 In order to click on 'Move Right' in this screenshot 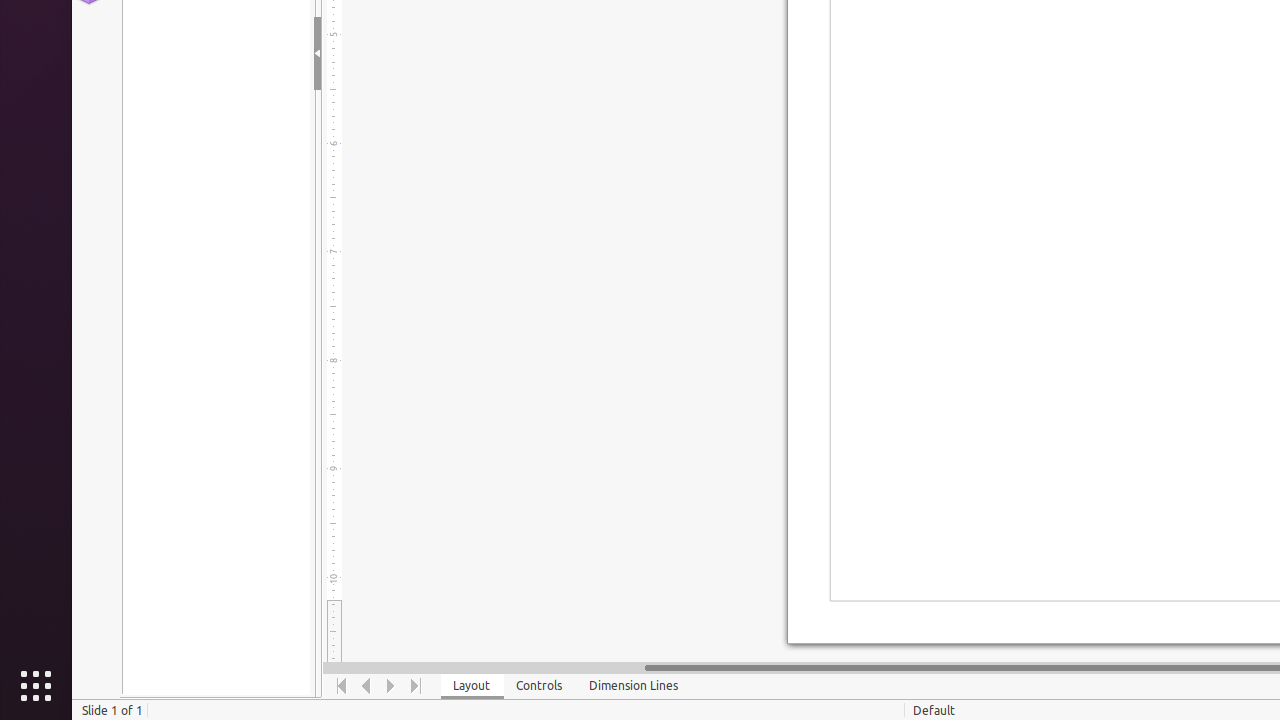, I will do `click(391, 685)`.